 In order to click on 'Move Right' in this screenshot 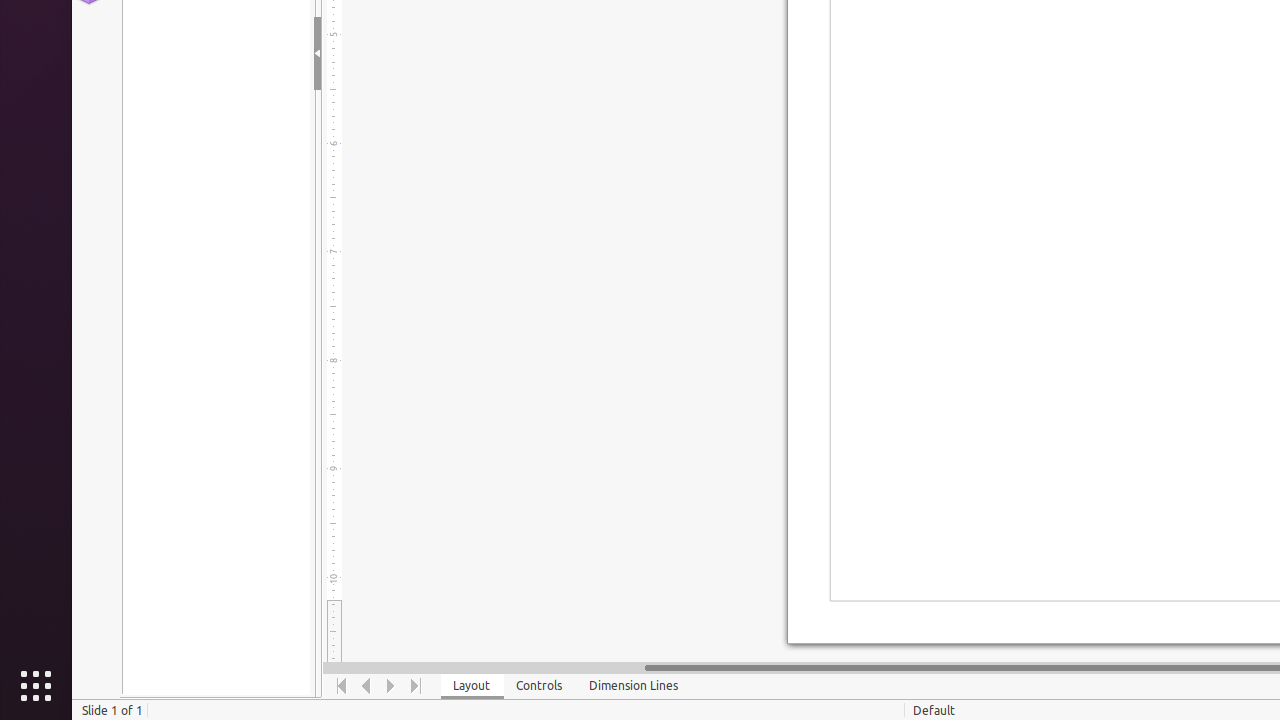, I will do `click(391, 685)`.